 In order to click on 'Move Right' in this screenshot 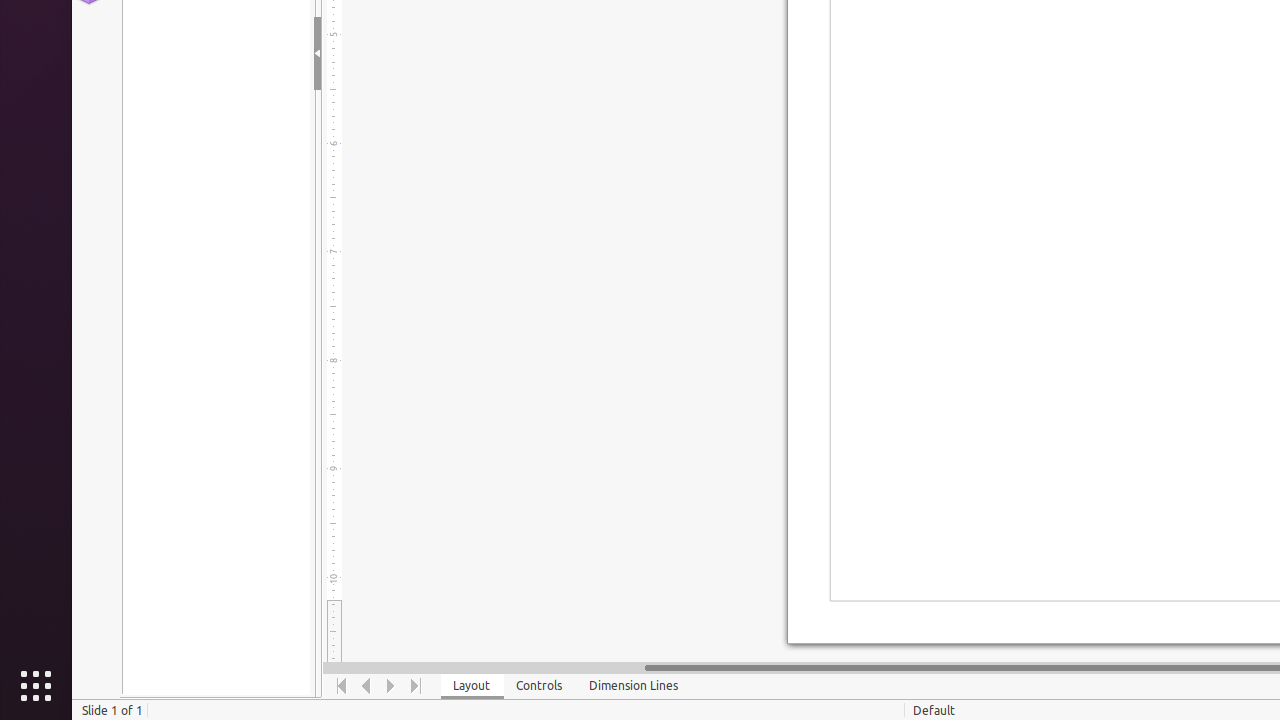, I will do `click(391, 685)`.